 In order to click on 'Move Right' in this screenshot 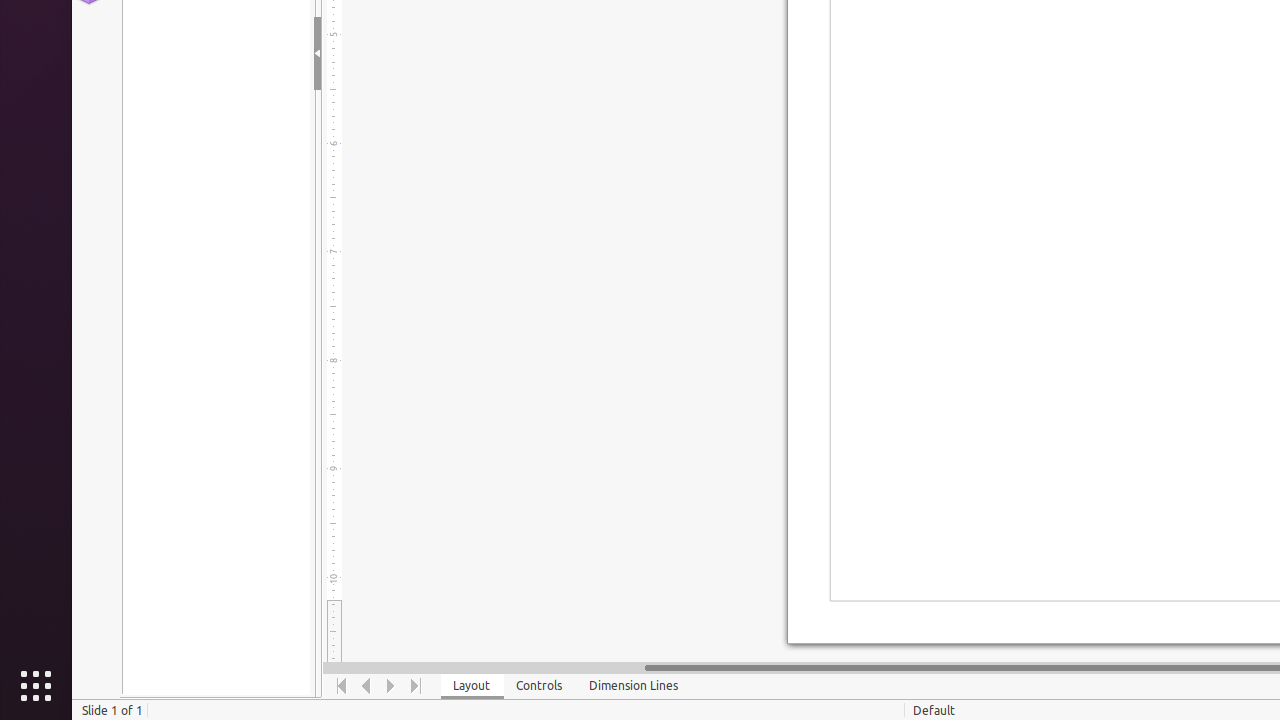, I will do `click(391, 685)`.